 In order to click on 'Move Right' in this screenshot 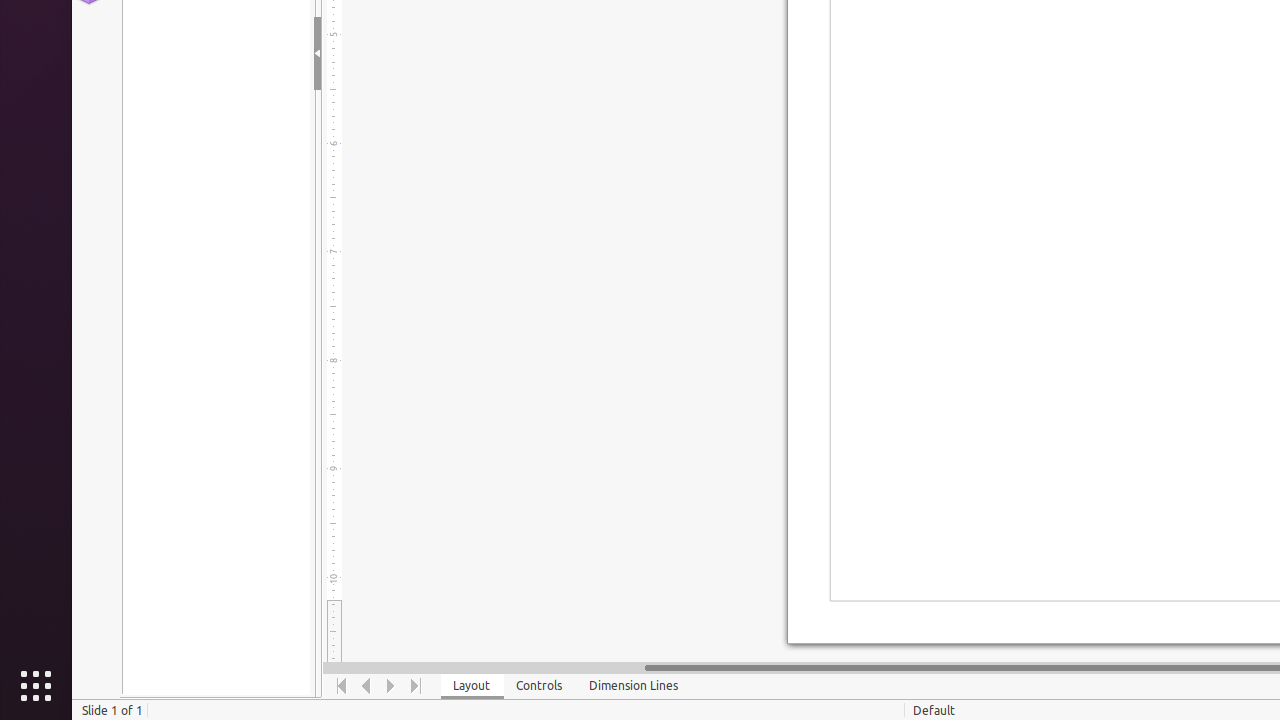, I will do `click(391, 685)`.